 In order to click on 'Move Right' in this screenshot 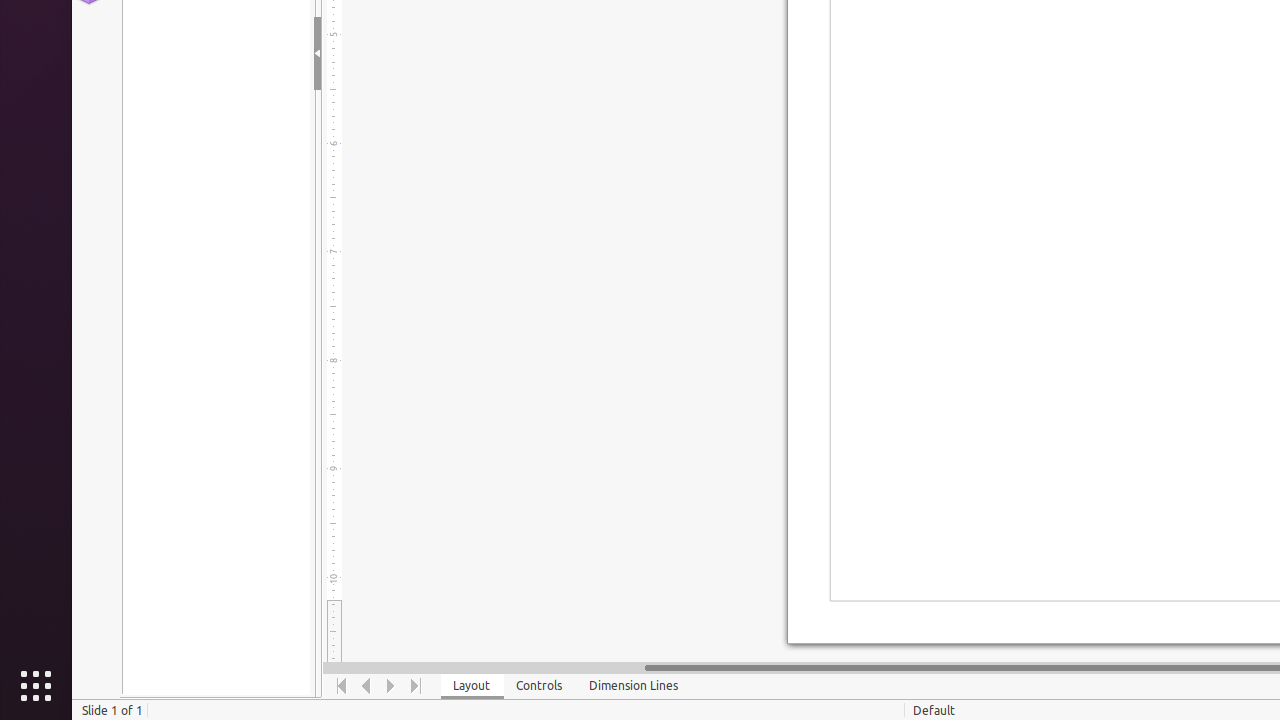, I will do `click(391, 685)`.